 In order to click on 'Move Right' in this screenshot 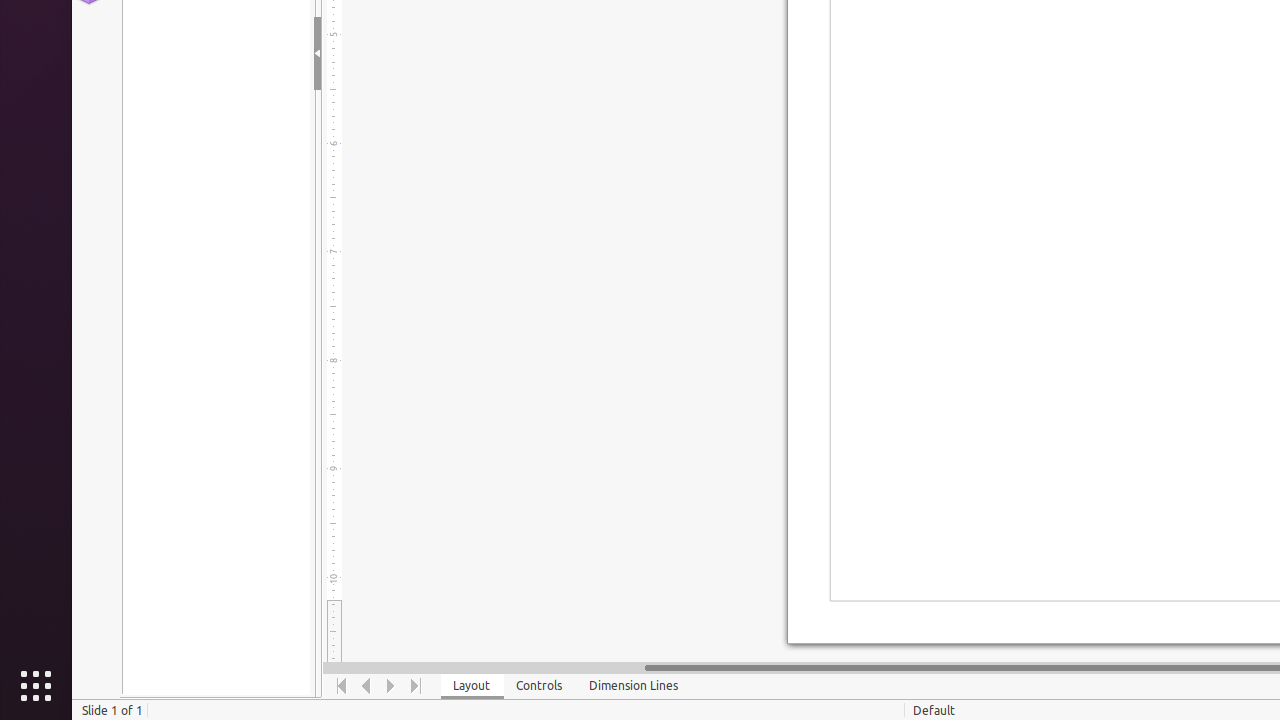, I will do `click(391, 685)`.